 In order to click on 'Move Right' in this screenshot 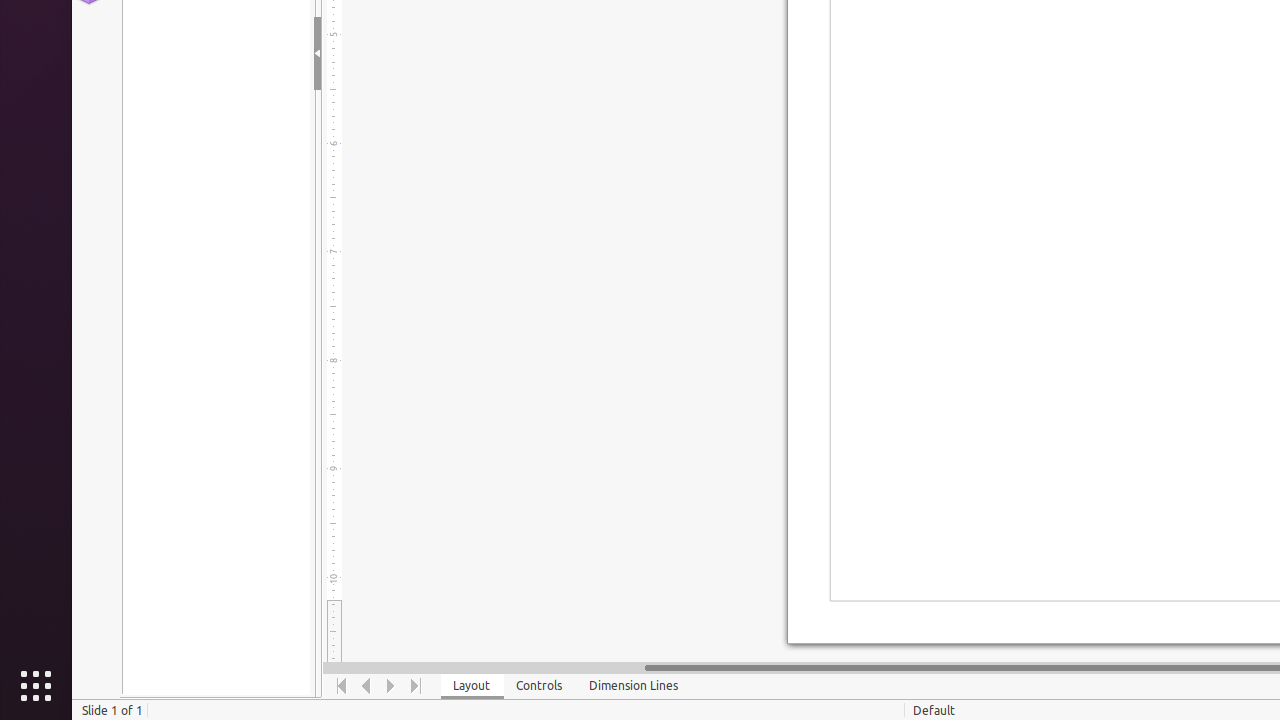, I will do `click(391, 685)`.